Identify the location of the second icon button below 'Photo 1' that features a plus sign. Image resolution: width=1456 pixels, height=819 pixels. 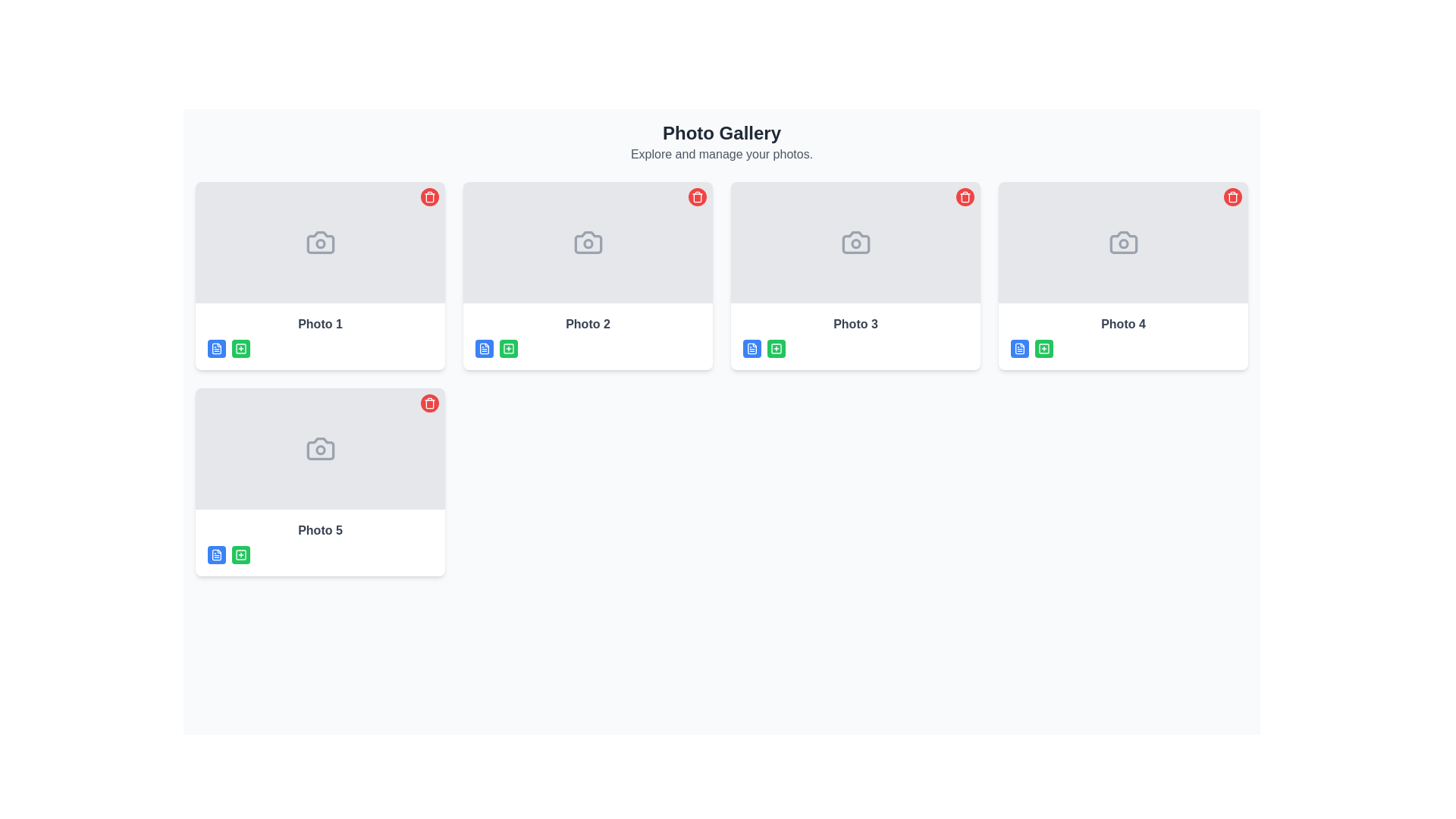
(240, 348).